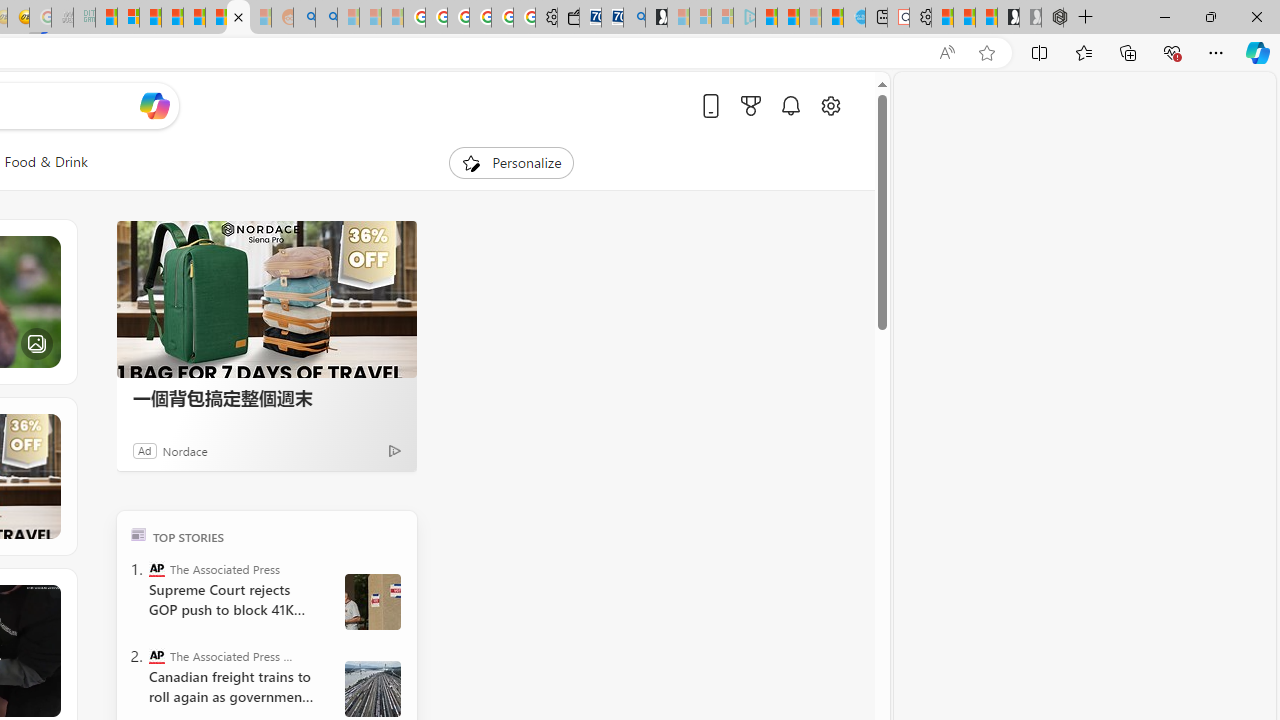  I want to click on 'Notifications', so click(790, 105).